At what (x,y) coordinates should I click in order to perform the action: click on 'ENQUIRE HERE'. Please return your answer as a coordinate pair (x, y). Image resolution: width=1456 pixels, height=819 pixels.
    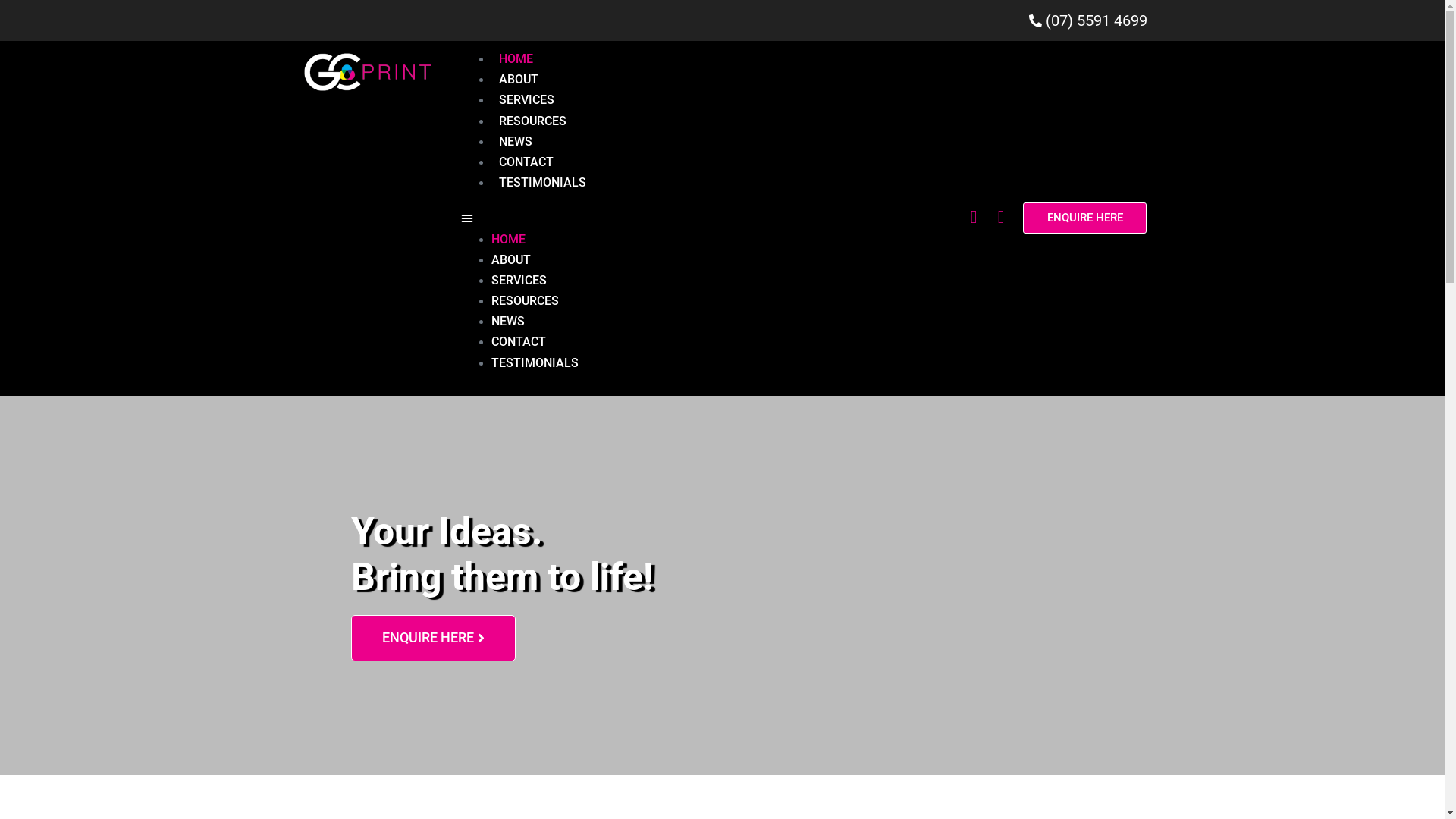
    Looking at the image, I should click on (349, 638).